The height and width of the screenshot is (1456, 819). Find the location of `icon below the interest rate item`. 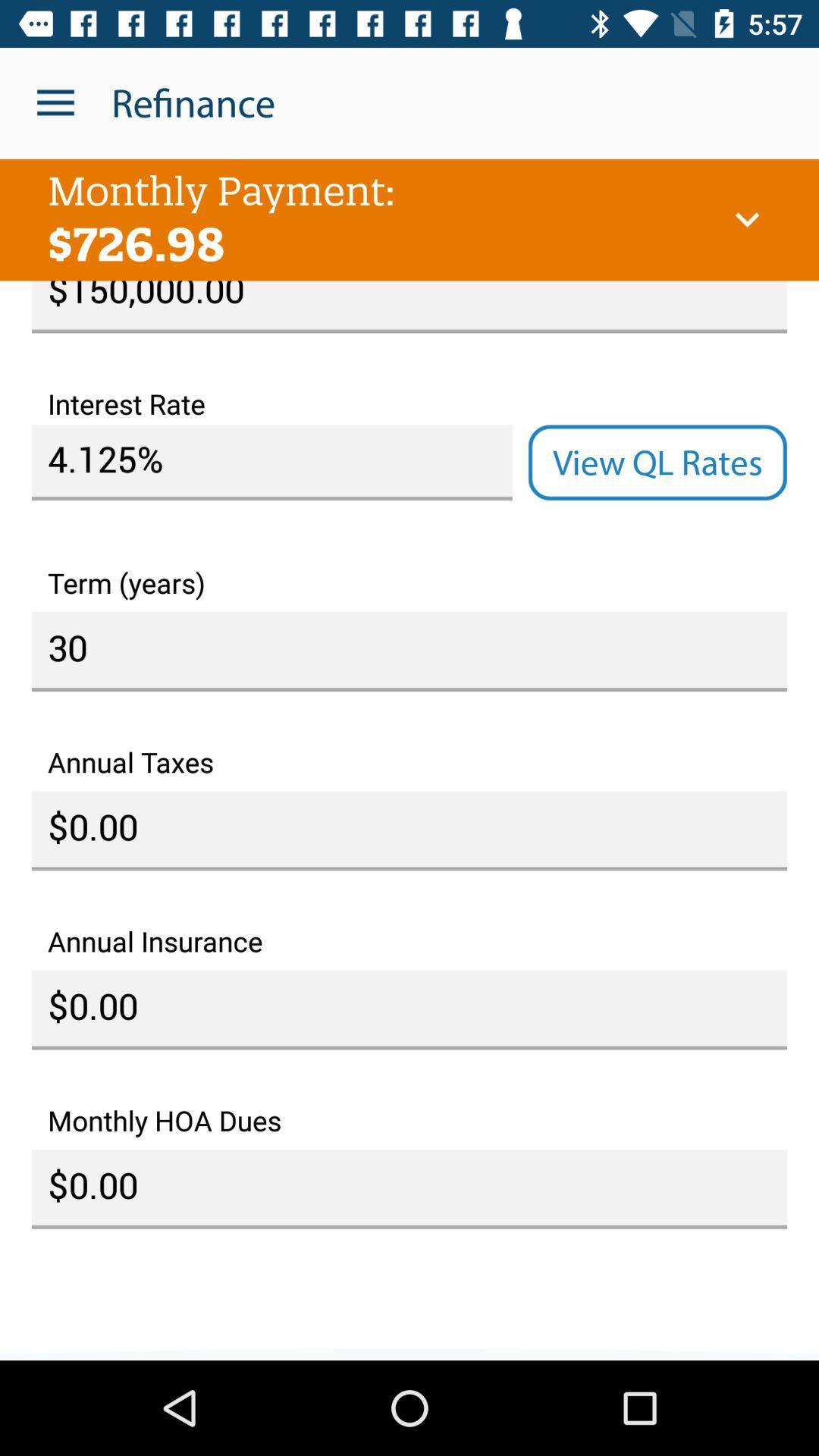

icon below the interest rate item is located at coordinates (271, 462).